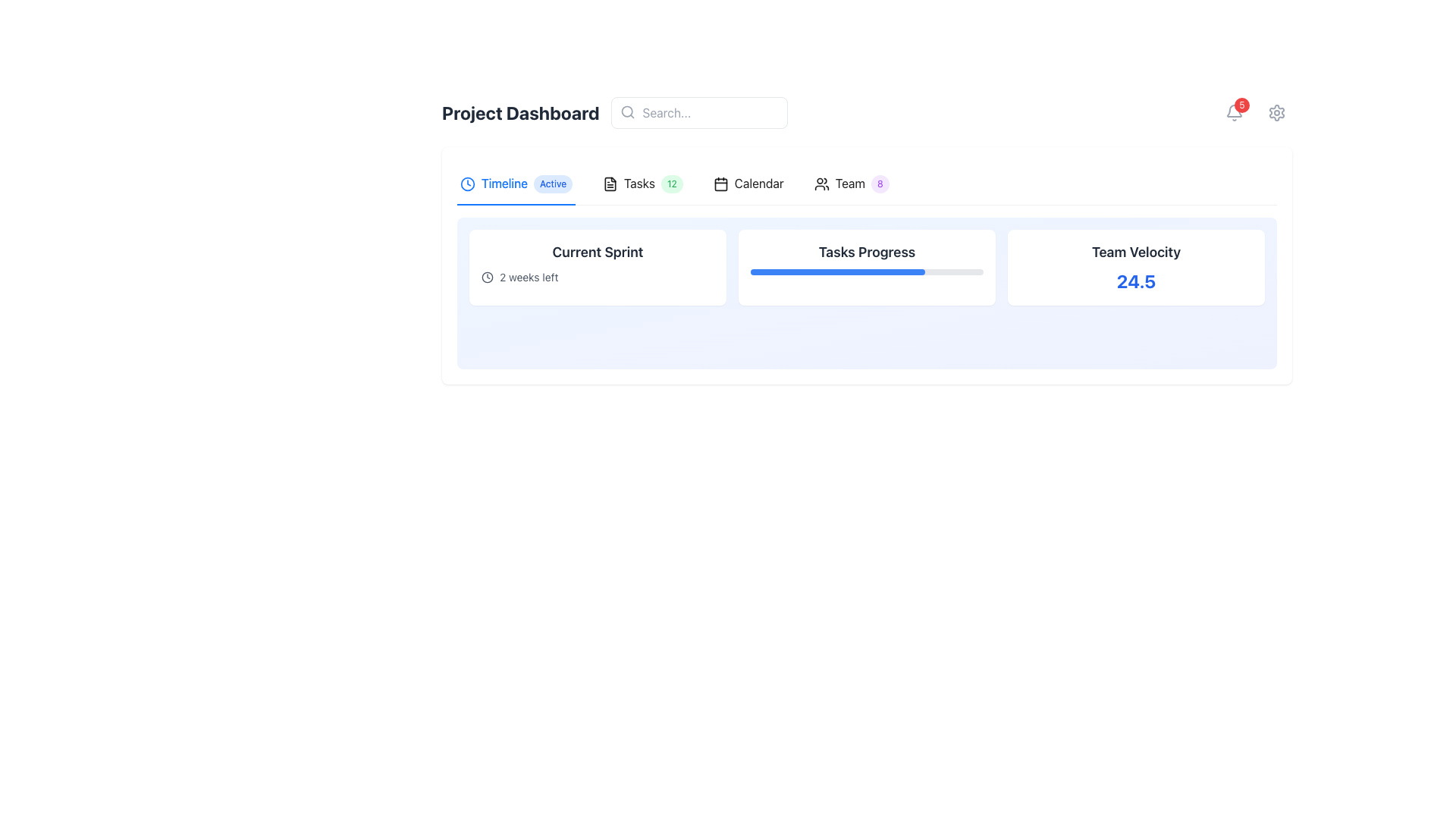  Describe the element at coordinates (867, 252) in the screenshot. I see `the Text Label which serves as a title for the 'Tasks Progress' card, located at the center top section of the card` at that location.